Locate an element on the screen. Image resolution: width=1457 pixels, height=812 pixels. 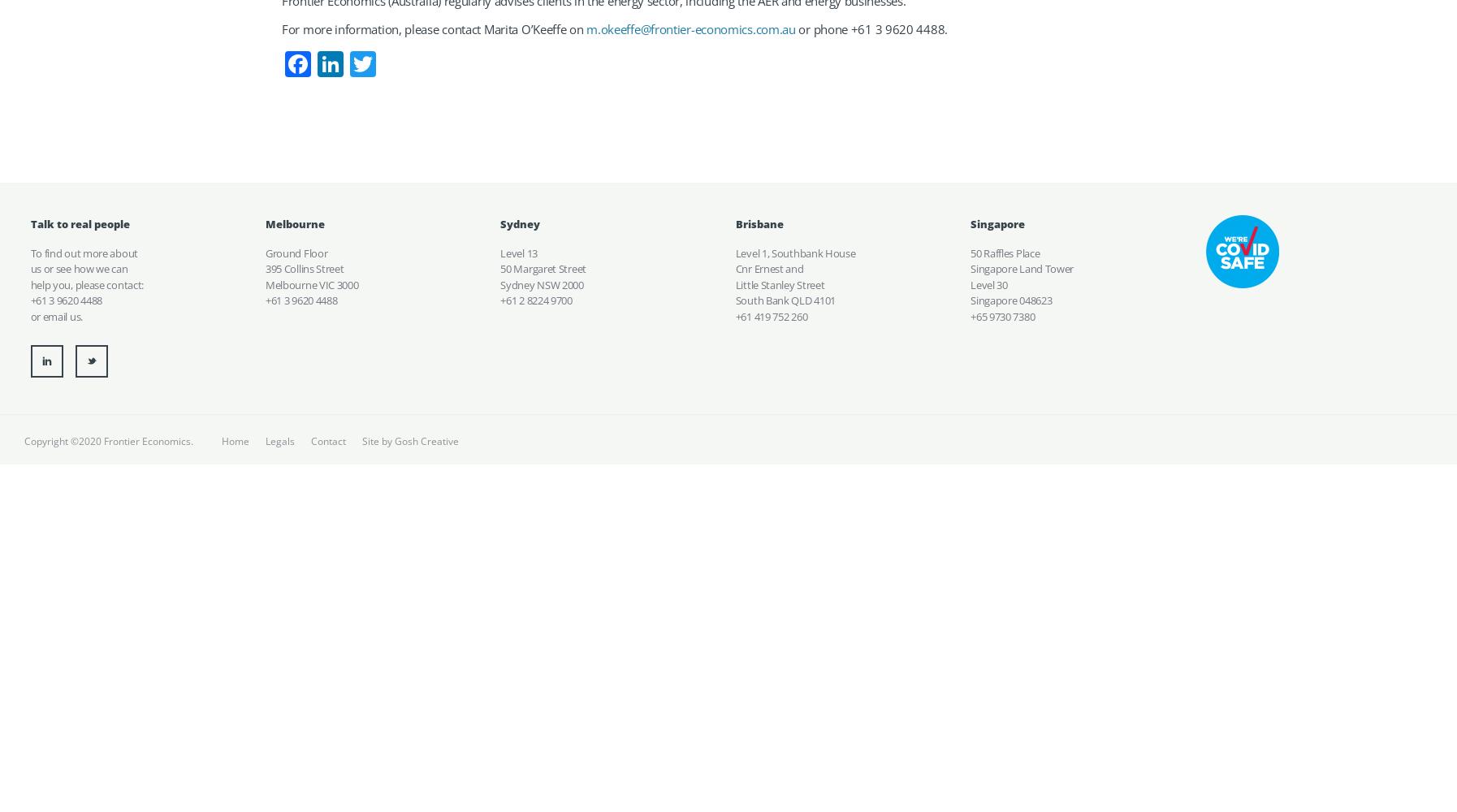
'50 Raffles Place' is located at coordinates (1004, 253).